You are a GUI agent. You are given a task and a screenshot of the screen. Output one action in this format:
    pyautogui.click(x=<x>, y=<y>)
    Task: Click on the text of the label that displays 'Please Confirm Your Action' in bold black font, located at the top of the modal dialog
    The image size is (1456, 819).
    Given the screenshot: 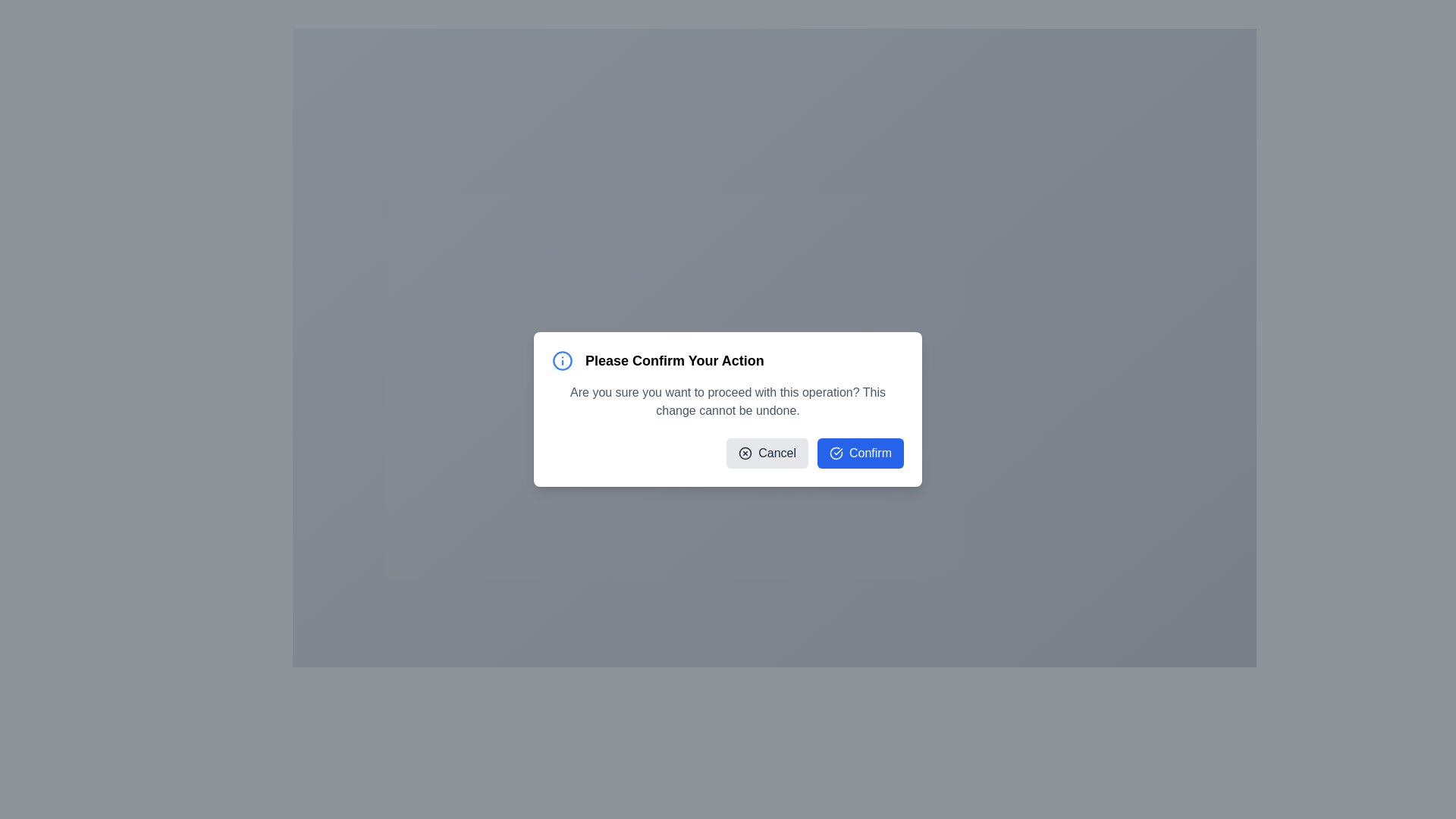 What is the action you would take?
    pyautogui.click(x=728, y=360)
    